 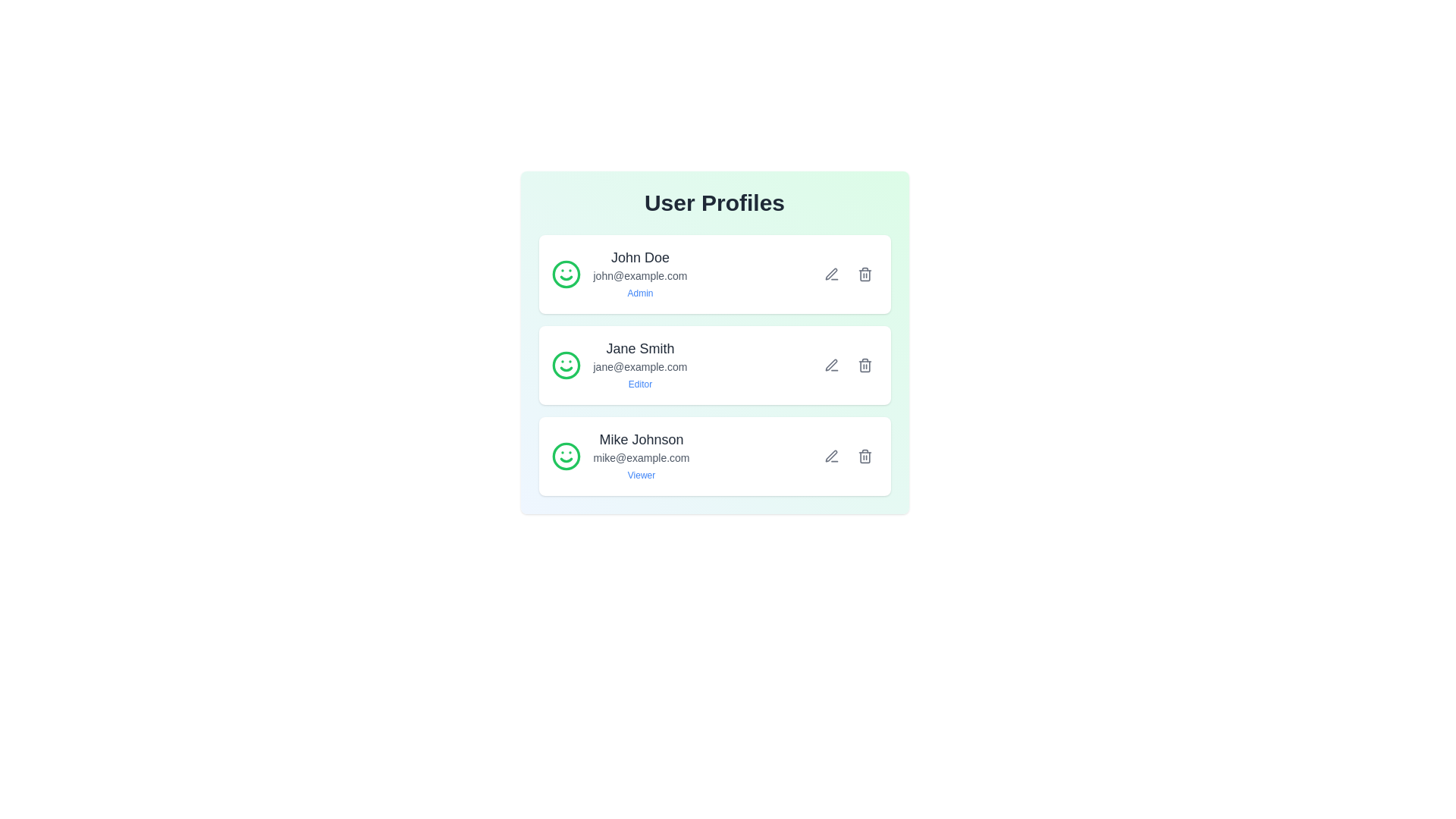 I want to click on the edit button for the user John Doe to modify their details, so click(x=830, y=275).